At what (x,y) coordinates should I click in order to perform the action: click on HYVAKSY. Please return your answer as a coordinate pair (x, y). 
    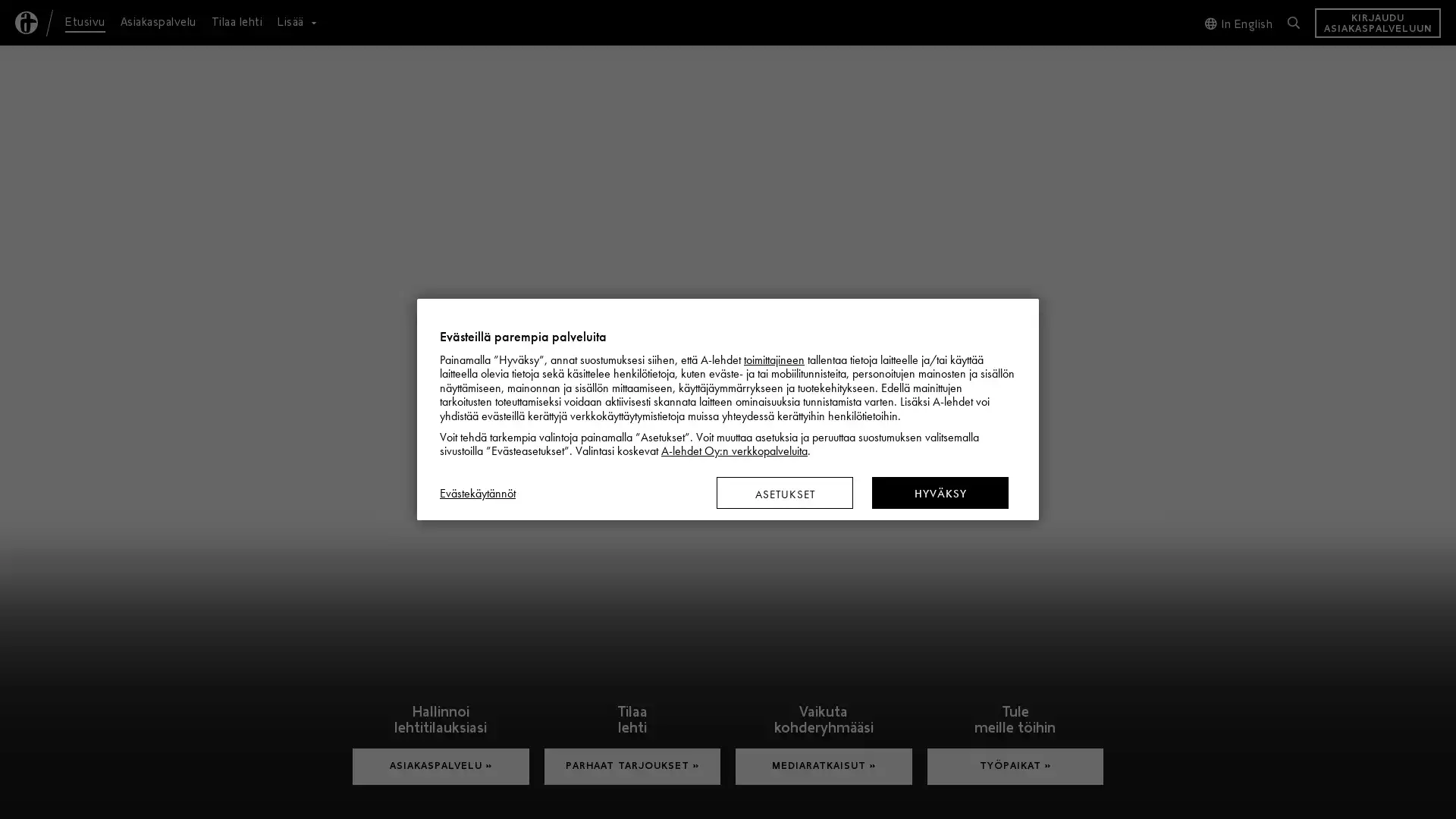
    Looking at the image, I should click on (939, 491).